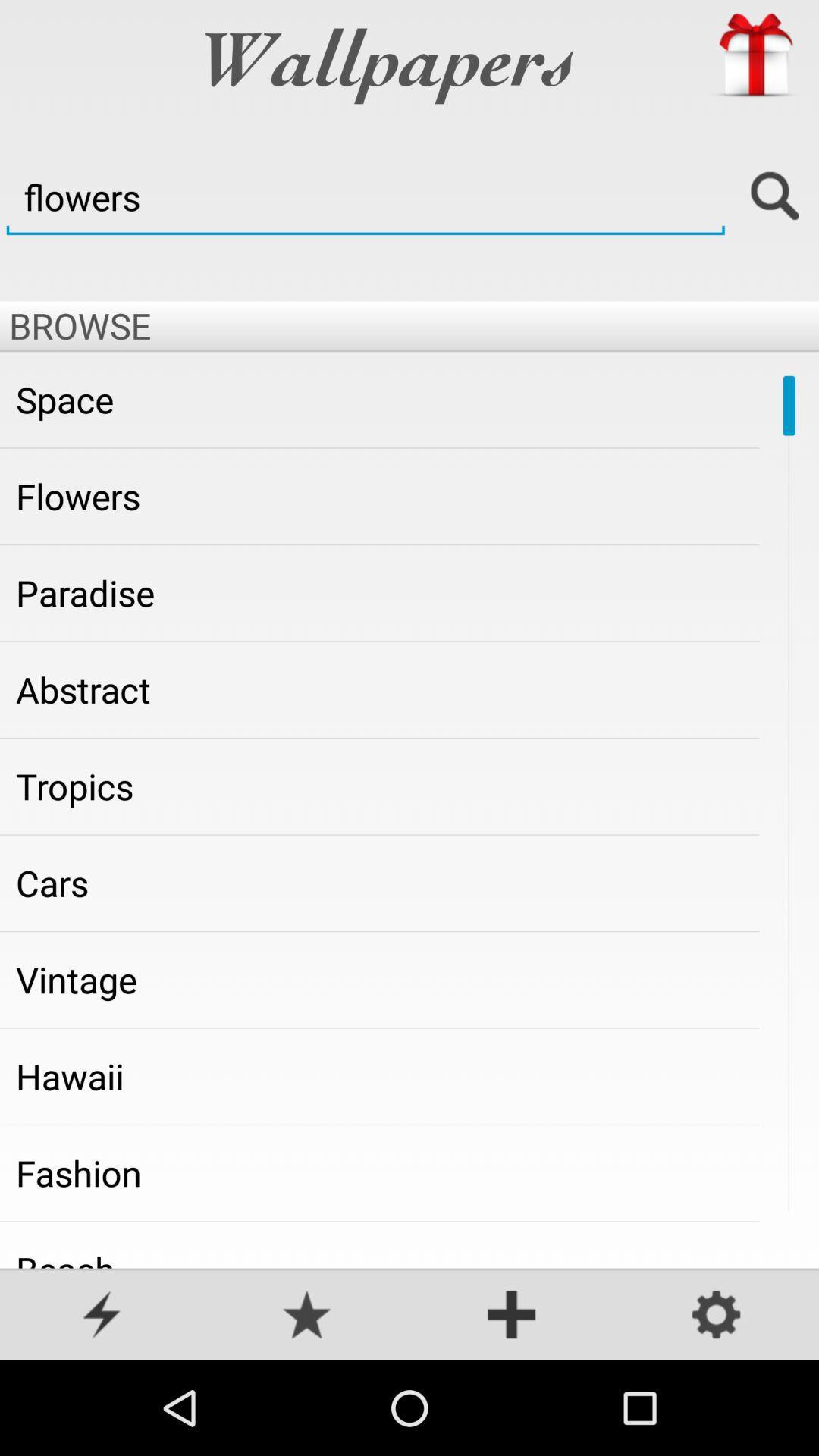 This screenshot has height=1456, width=819. What do you see at coordinates (102, 1316) in the screenshot?
I see `popular or hot wallpapers` at bounding box center [102, 1316].